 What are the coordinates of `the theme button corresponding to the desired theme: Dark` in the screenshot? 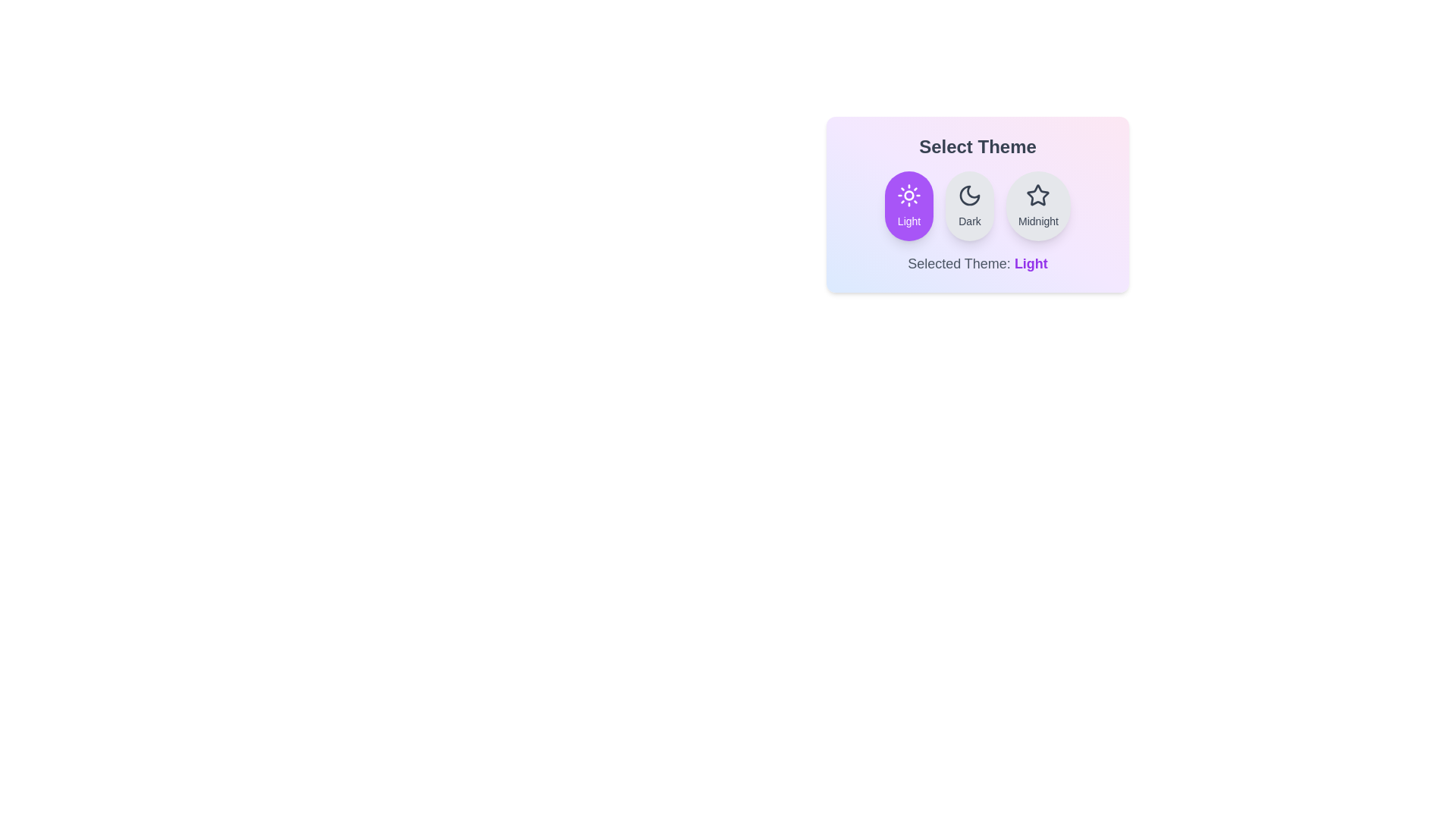 It's located at (969, 206).